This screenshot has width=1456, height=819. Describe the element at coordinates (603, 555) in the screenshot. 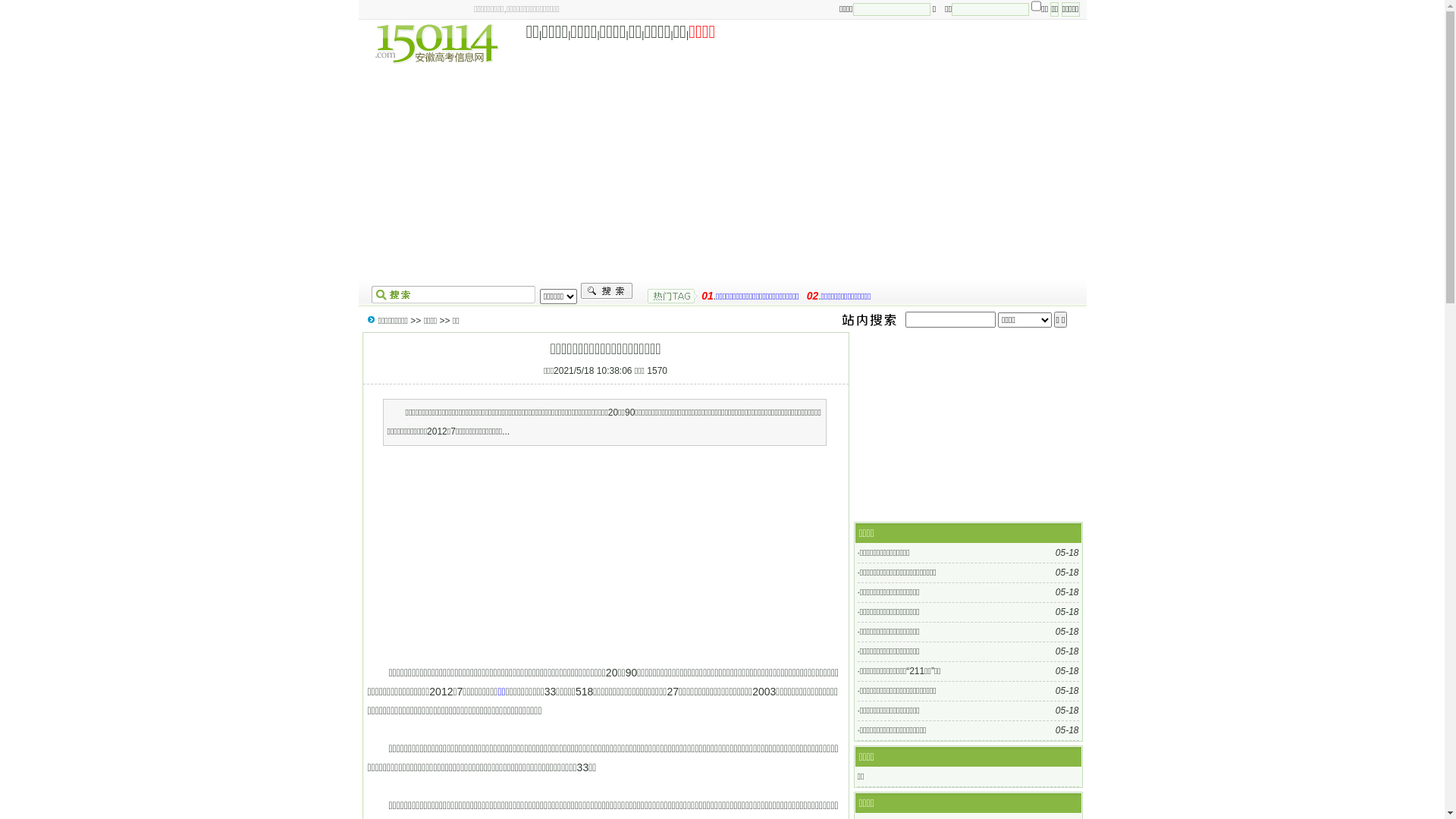

I see `'Advertisement'` at that location.